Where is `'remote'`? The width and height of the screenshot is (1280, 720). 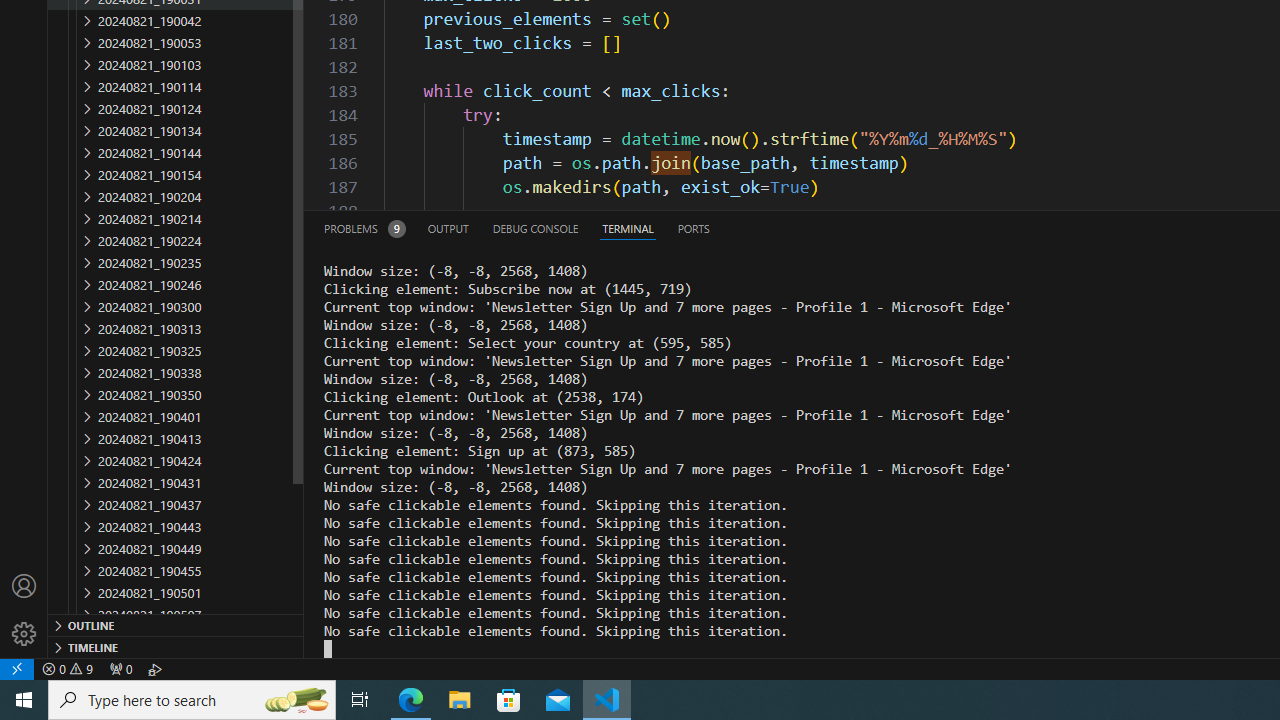 'remote' is located at coordinates (17, 668).